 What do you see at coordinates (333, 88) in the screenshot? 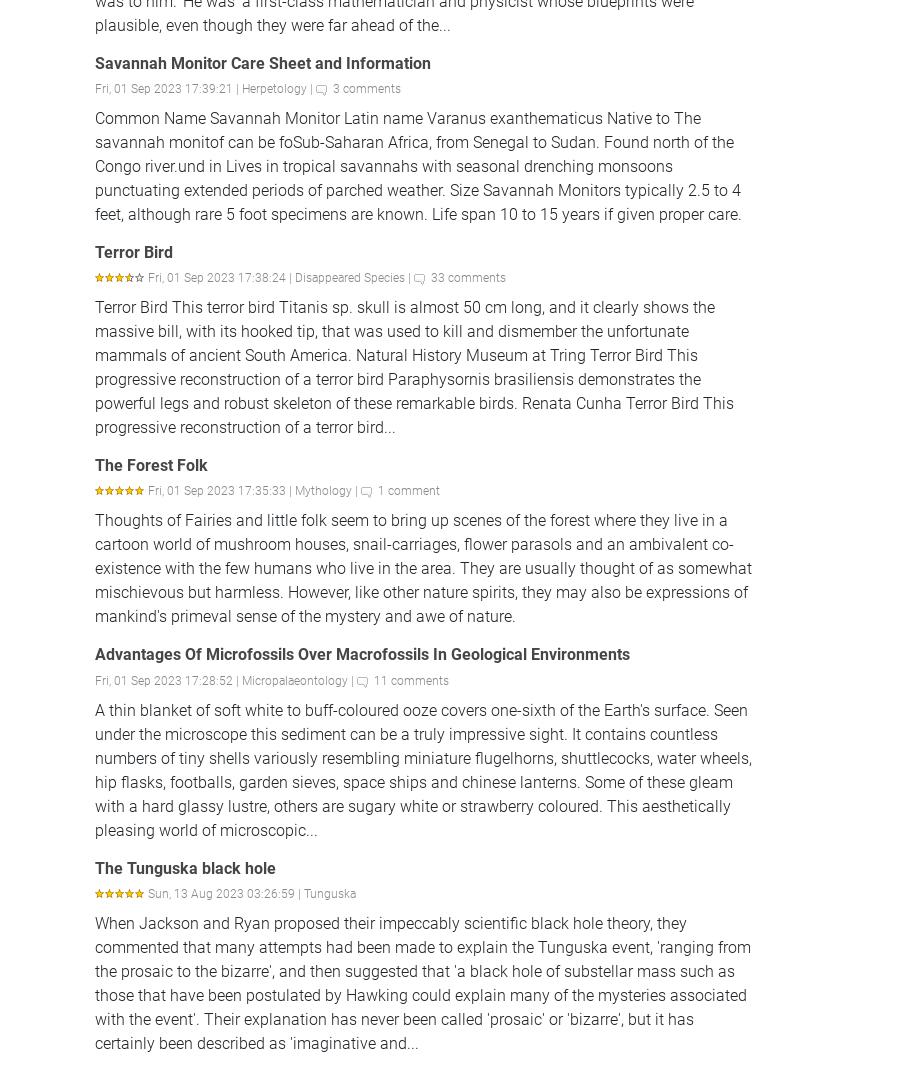
I see `'3 comments'` at bounding box center [333, 88].